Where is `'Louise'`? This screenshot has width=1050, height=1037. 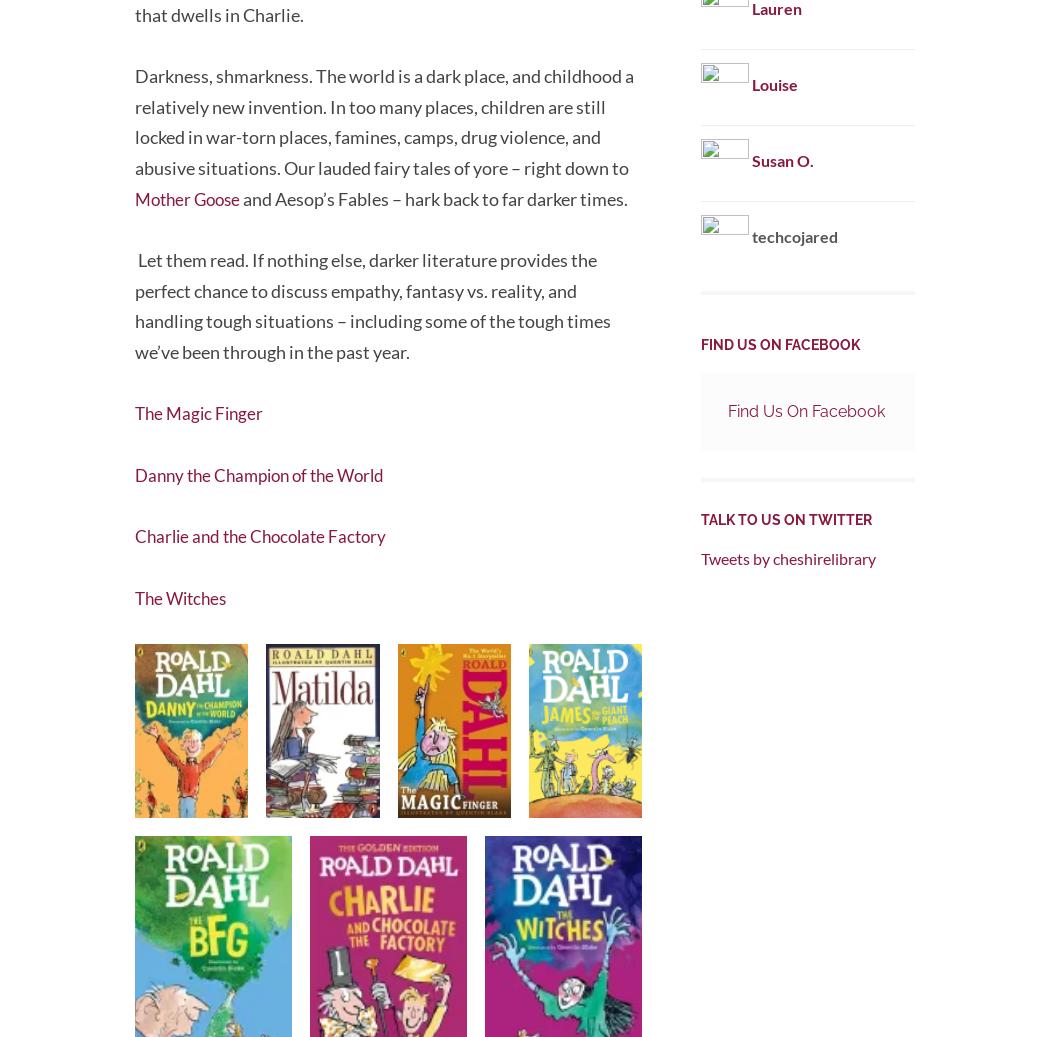 'Louise' is located at coordinates (773, 83).